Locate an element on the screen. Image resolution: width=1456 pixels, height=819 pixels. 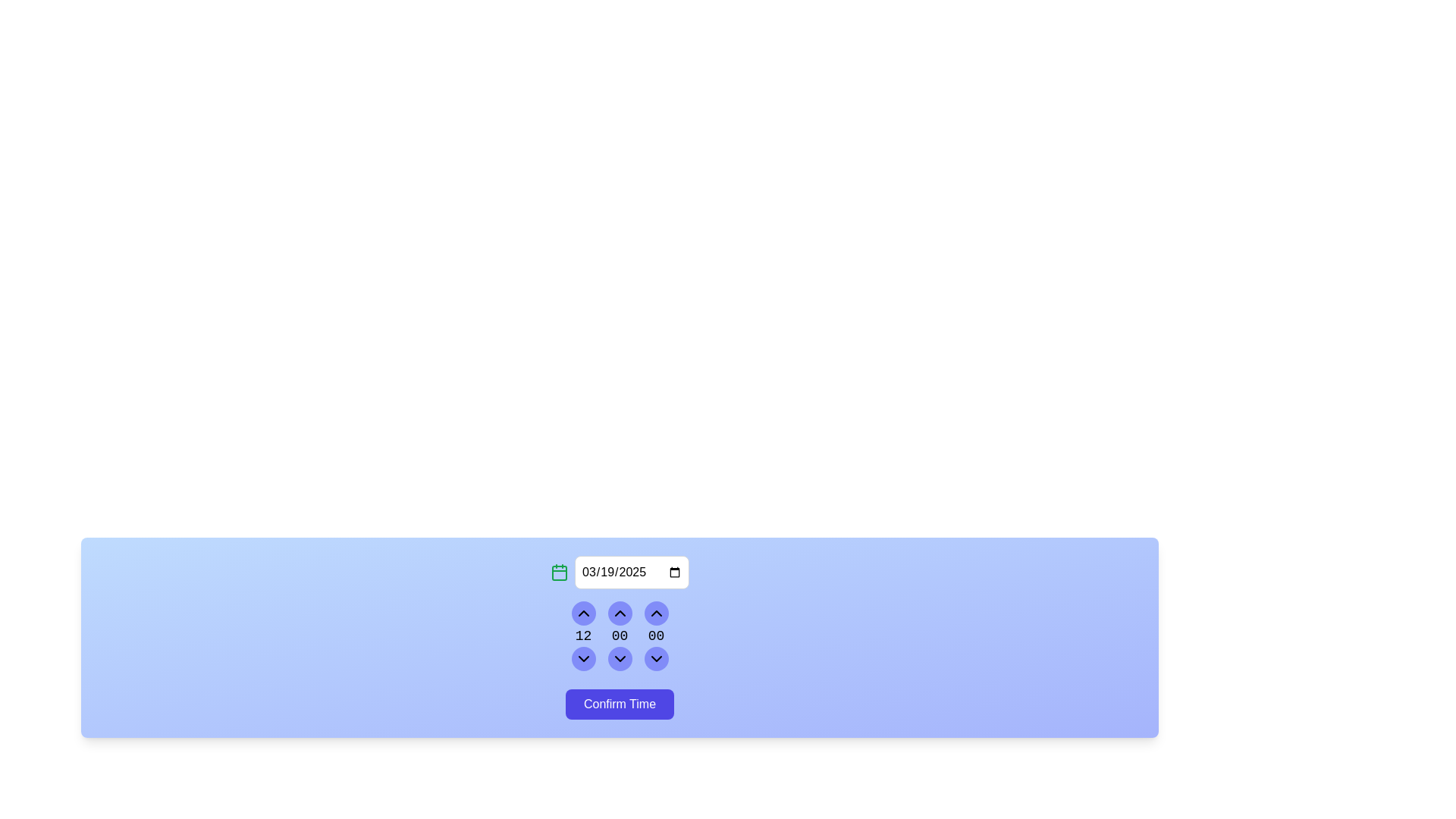
the circular indigo button with a downward chevron icon, positioned below the '00' text in the second column of the time selector interface, to observe the hover effect is located at coordinates (620, 657).